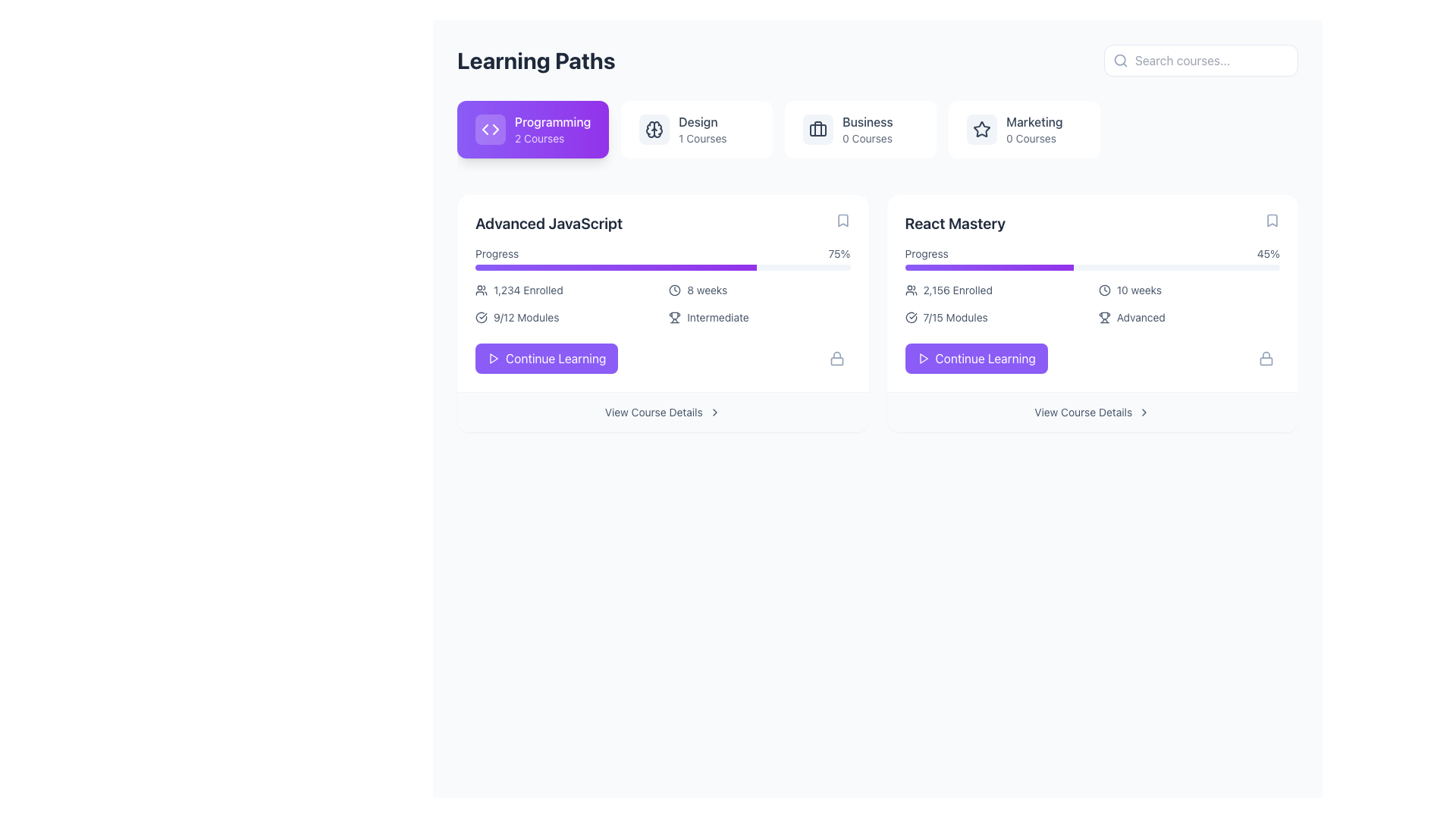 The width and height of the screenshot is (1456, 819). Describe the element at coordinates (1092, 304) in the screenshot. I see `displayed information from the Informational panel located in the upper-middle section of the card titled 'React Mastery', which contains details about enrolled participants, duration, module progress, and difficulty level` at that location.